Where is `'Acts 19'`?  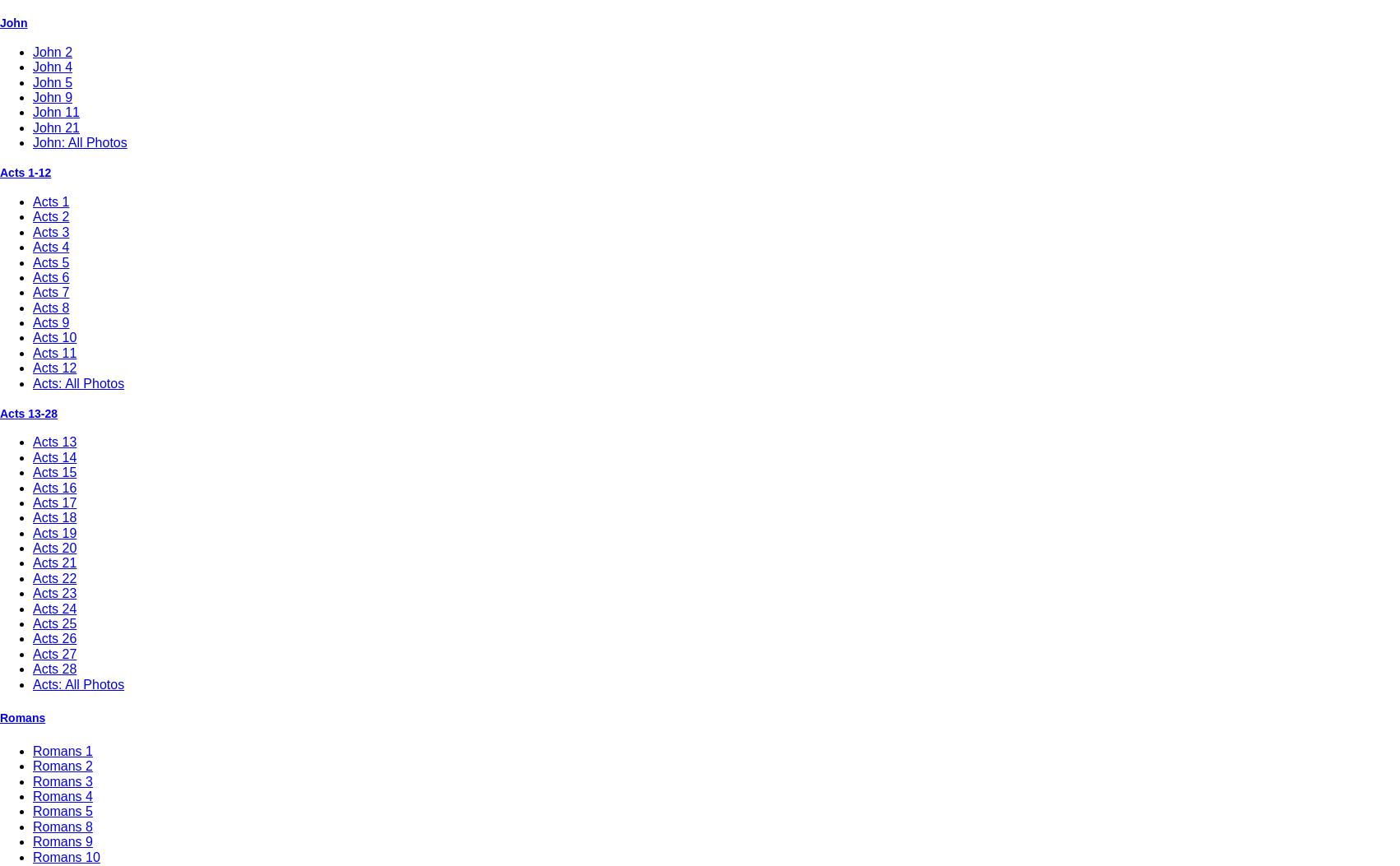
'Acts 19' is located at coordinates (54, 531).